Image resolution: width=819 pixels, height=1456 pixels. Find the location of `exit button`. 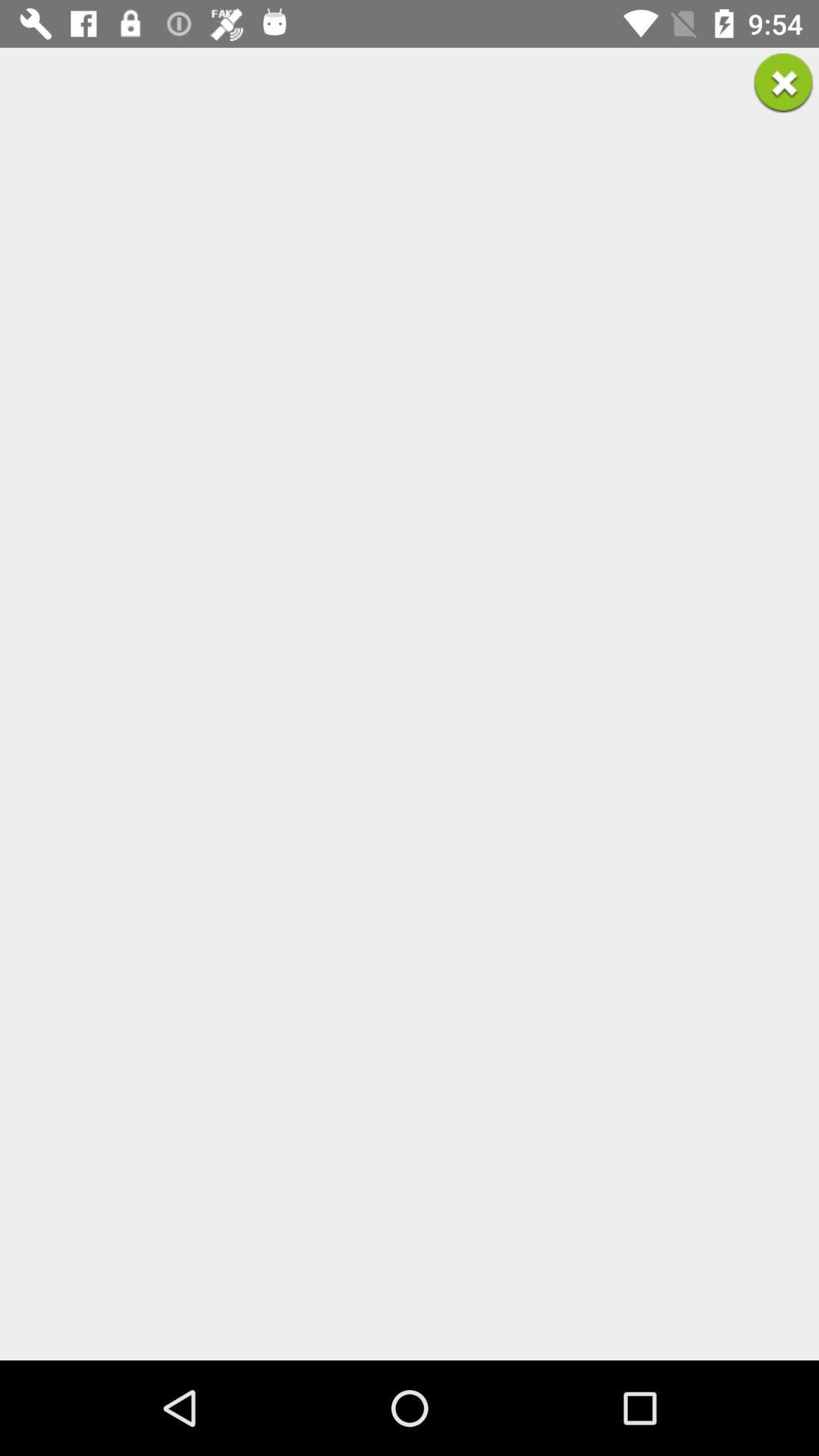

exit button is located at coordinates (783, 82).